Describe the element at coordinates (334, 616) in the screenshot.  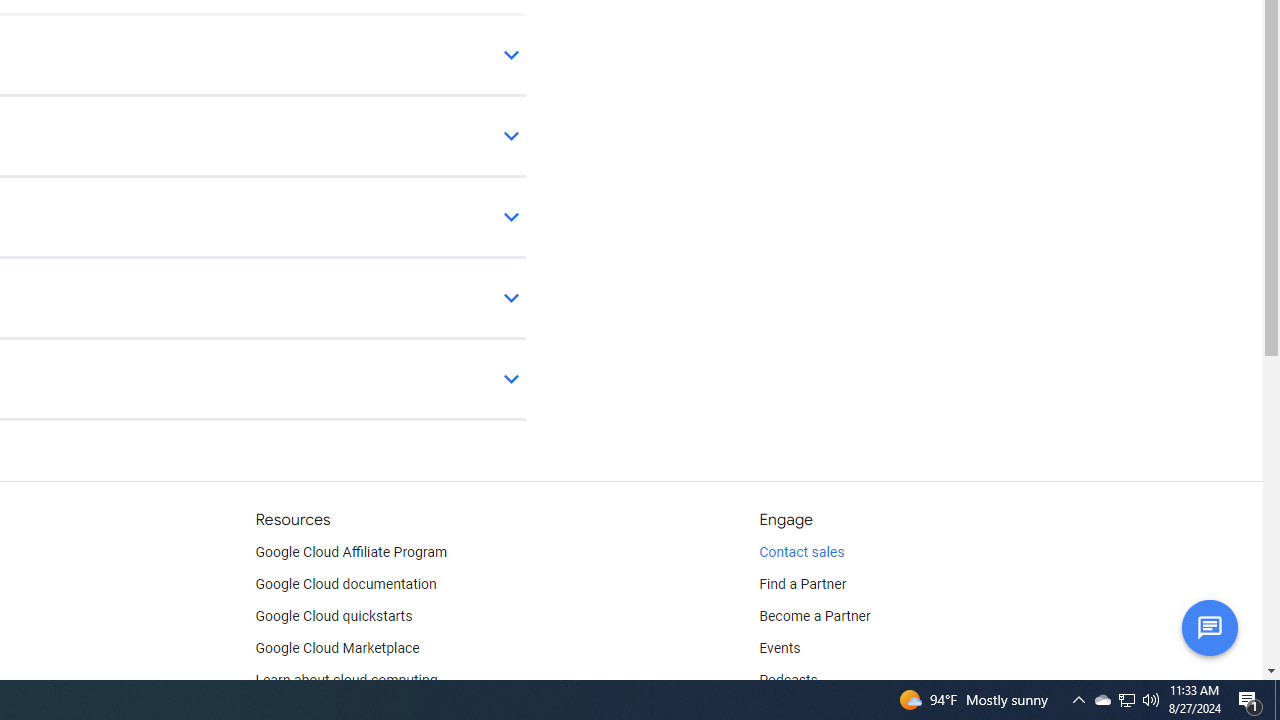
I see `'Google Cloud quickstarts'` at that location.